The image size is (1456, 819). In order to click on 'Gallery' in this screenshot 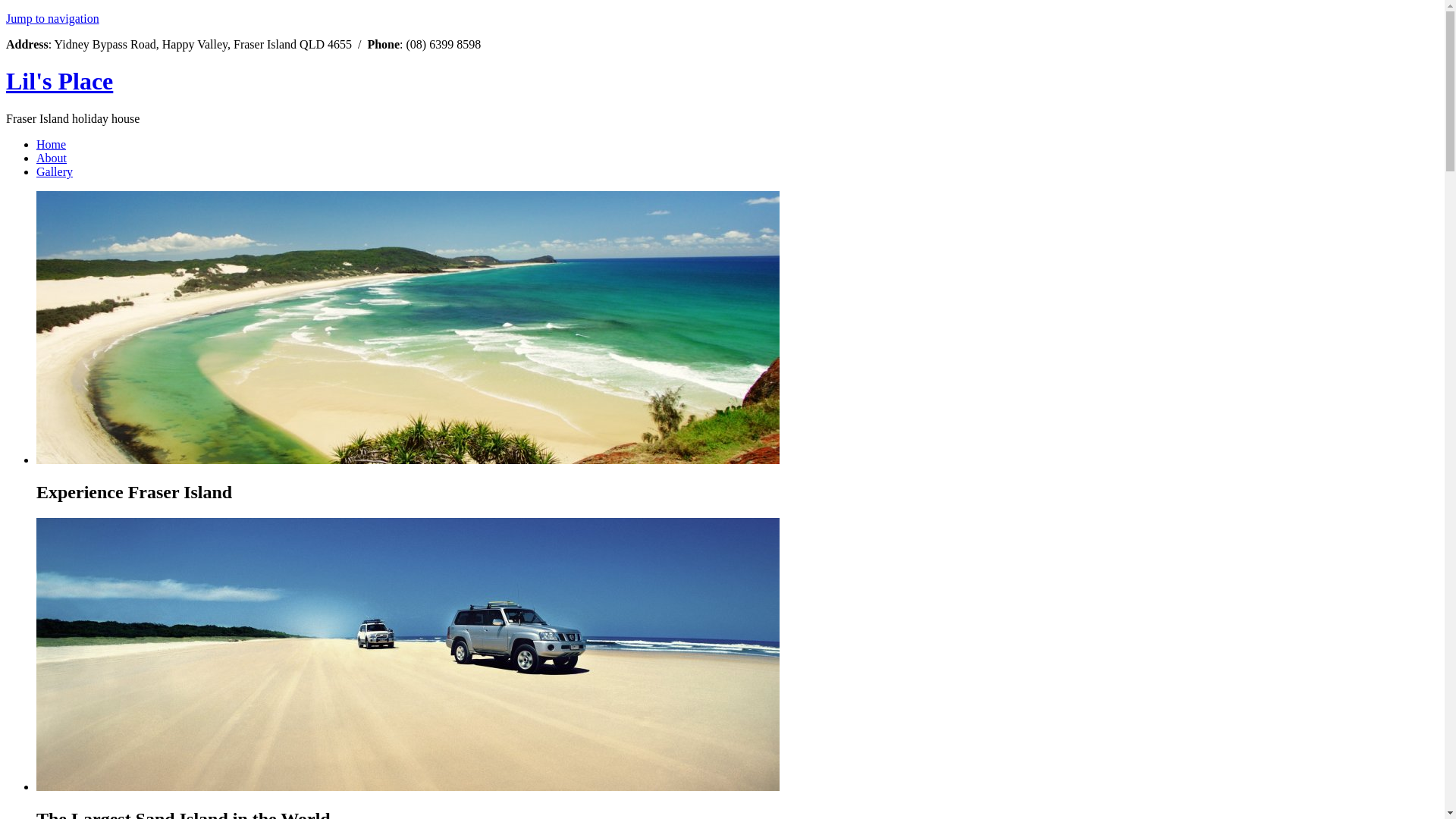, I will do `click(55, 171)`.